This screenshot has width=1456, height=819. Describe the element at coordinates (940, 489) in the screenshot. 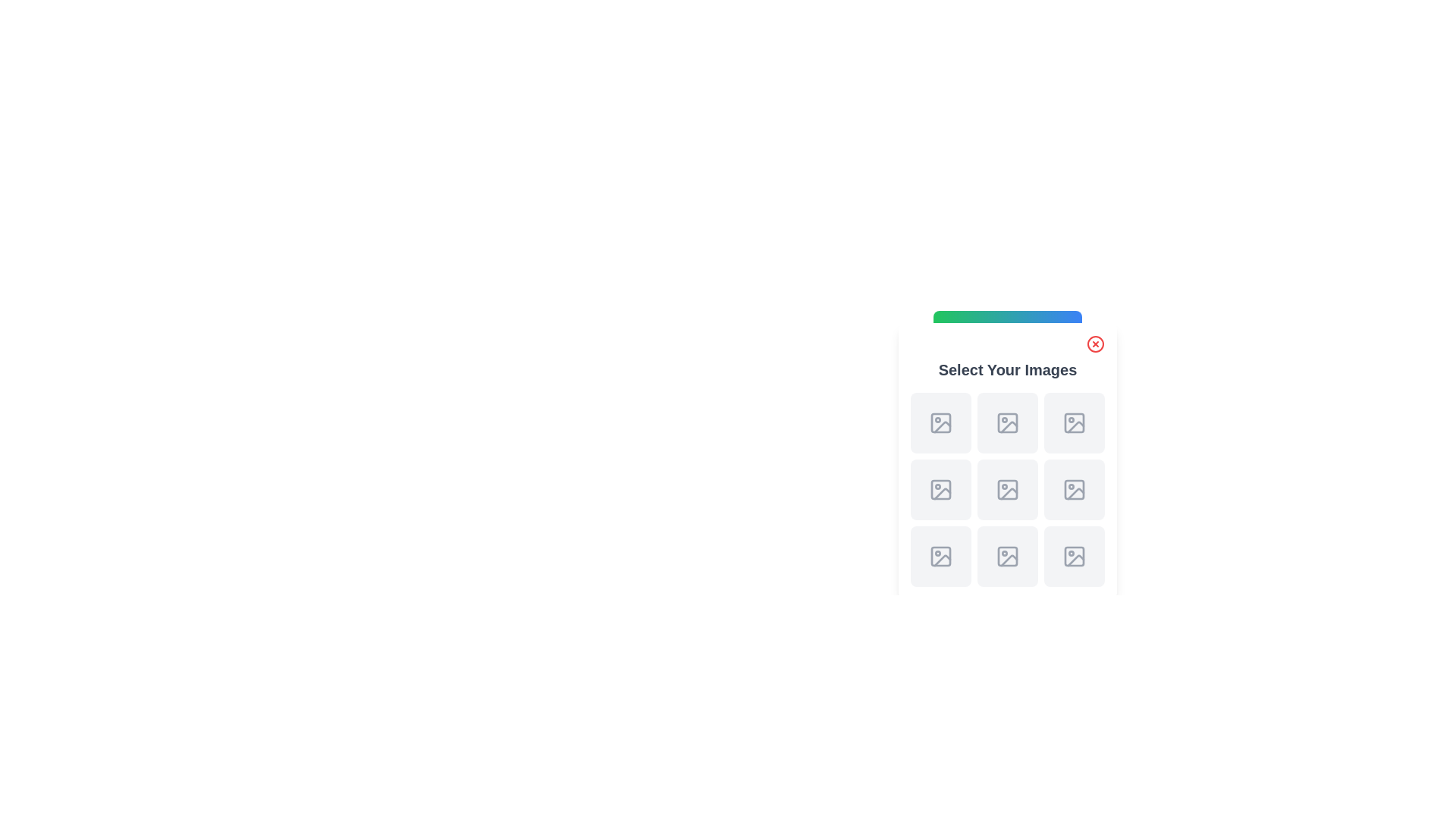

I see `the interactive element` at that location.